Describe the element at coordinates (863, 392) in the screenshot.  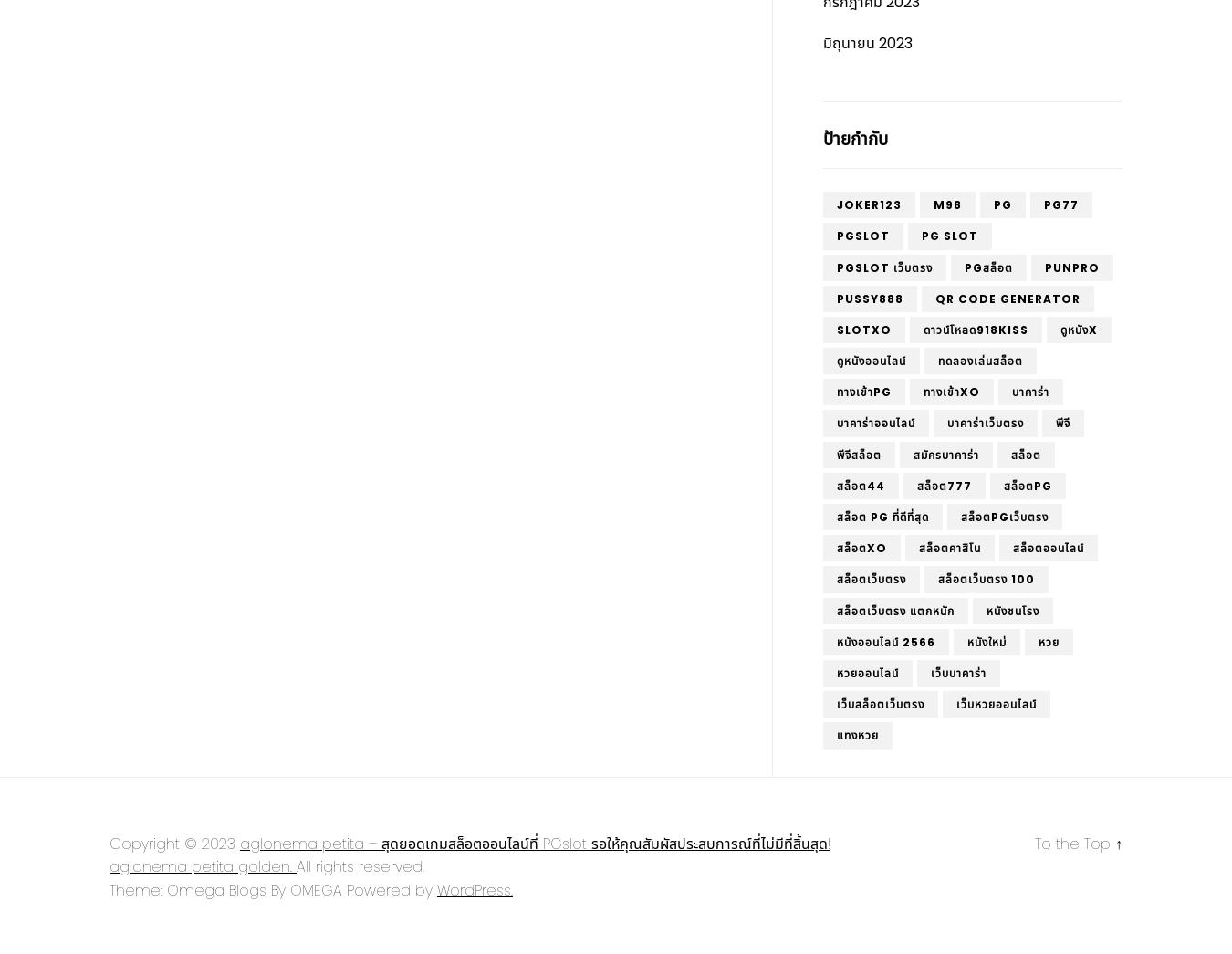
I see `'ทางเข้าpg'` at that location.